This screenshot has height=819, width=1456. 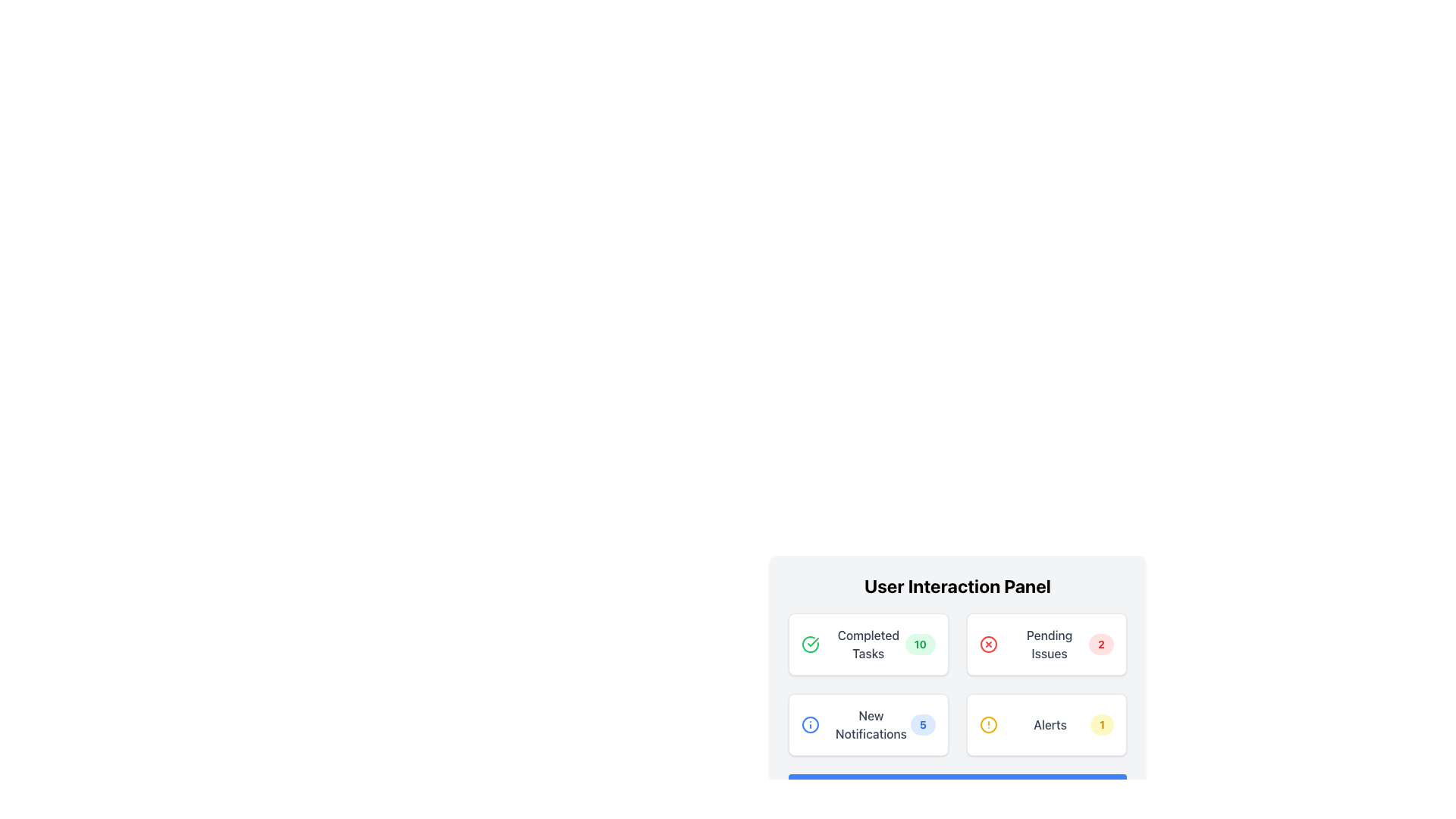 I want to click on circular vector graphic shape representing a cancel action, located within the right-hand box of the 'Pending Issues' section in the 'User Interaction Panel', so click(x=989, y=644).